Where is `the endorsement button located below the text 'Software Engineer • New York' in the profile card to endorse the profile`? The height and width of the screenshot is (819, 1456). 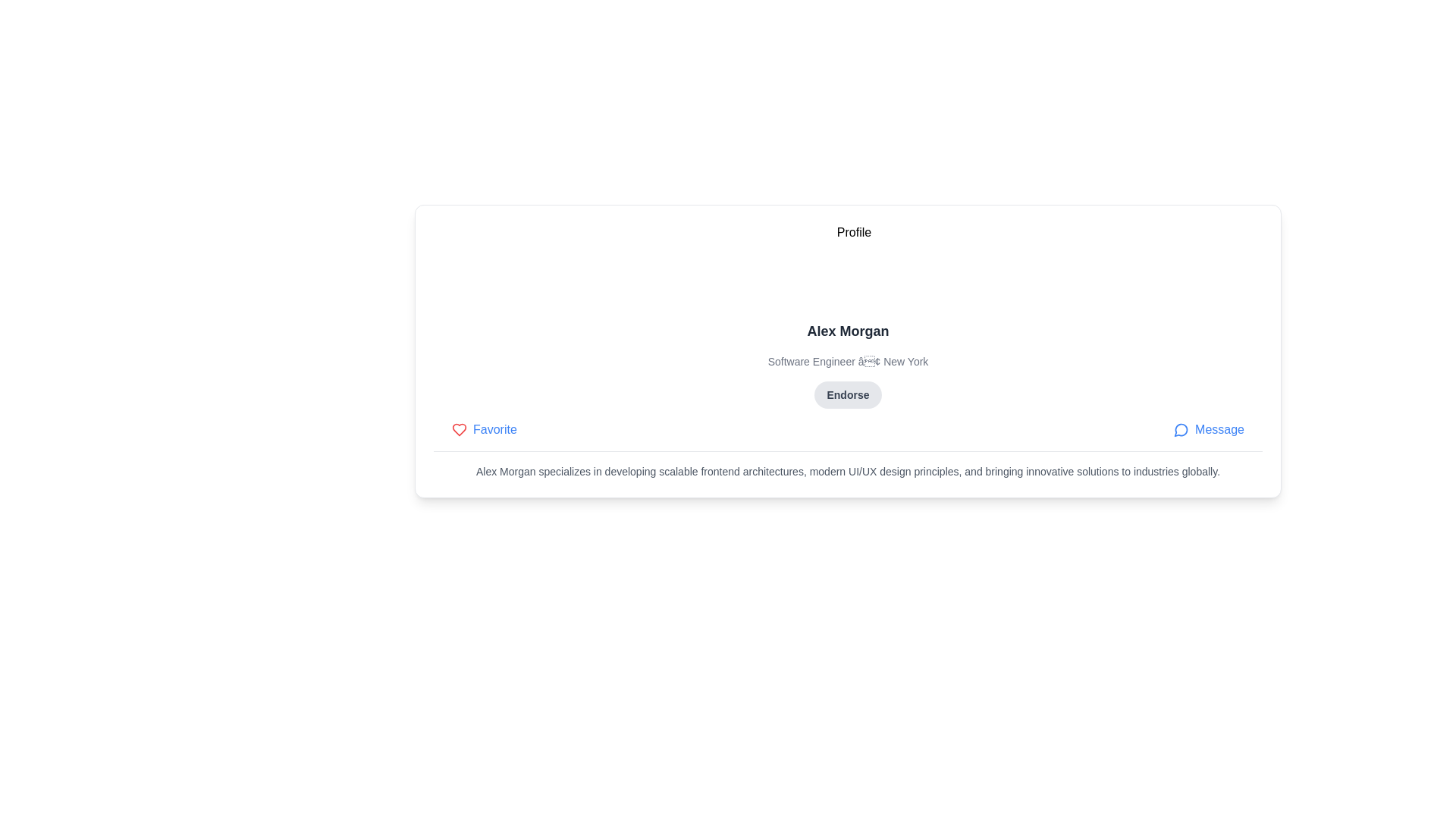
the endorsement button located below the text 'Software Engineer • New York' in the profile card to endorse the profile is located at coordinates (847, 394).